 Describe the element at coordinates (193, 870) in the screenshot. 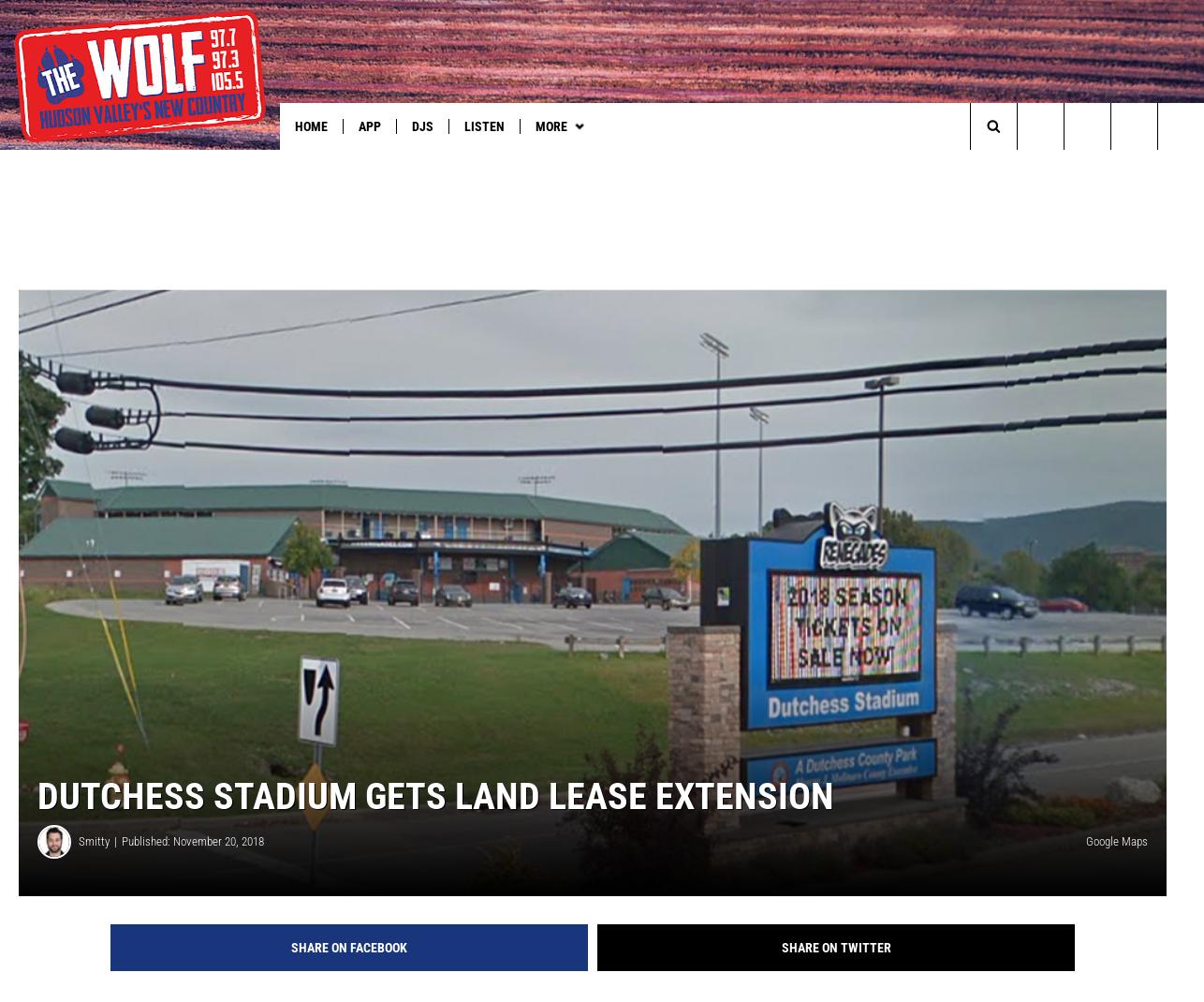

I see `'Published: November 20, 2018'` at that location.